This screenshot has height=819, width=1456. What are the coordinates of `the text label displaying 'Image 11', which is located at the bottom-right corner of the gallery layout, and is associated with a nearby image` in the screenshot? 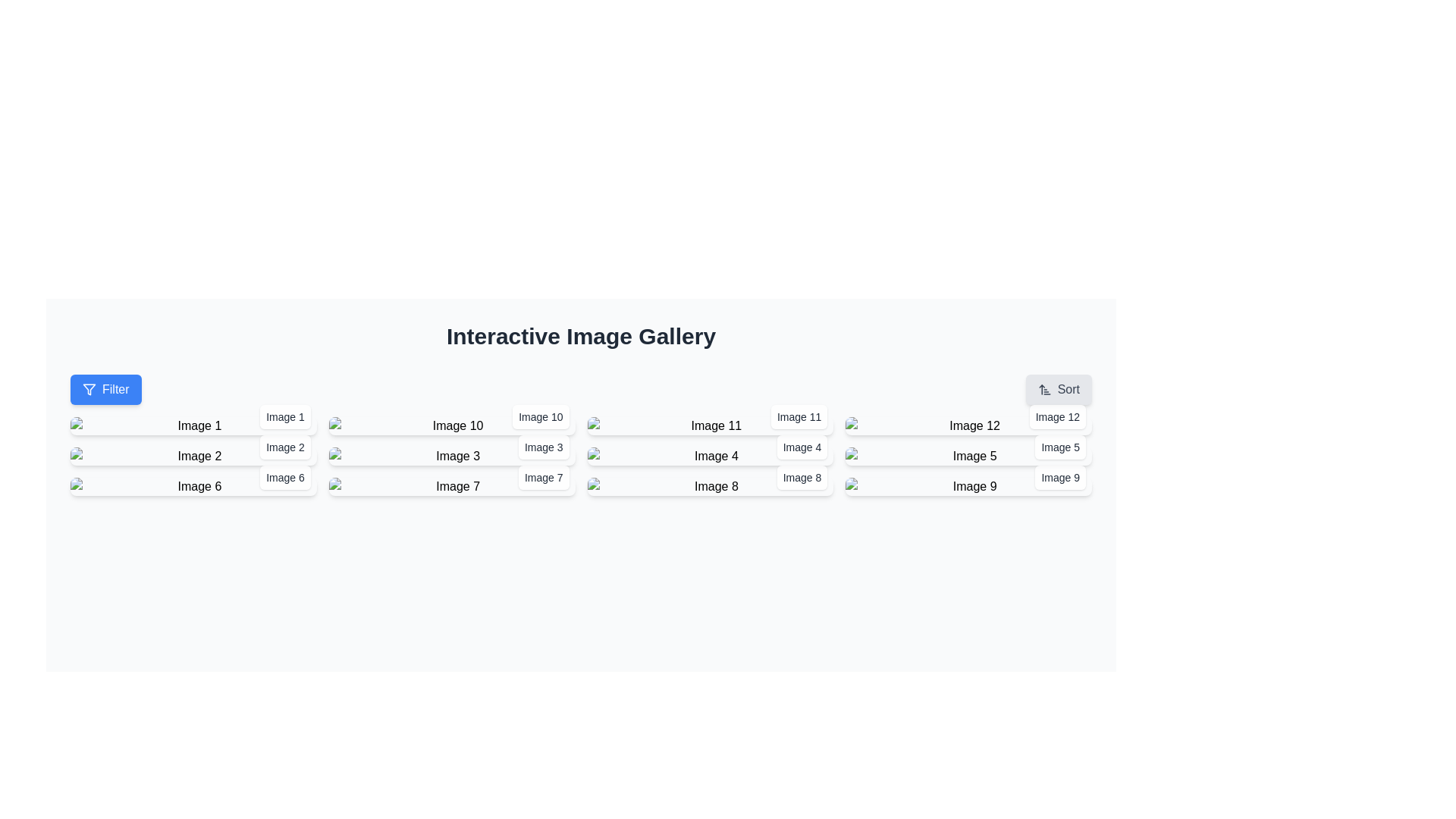 It's located at (799, 417).